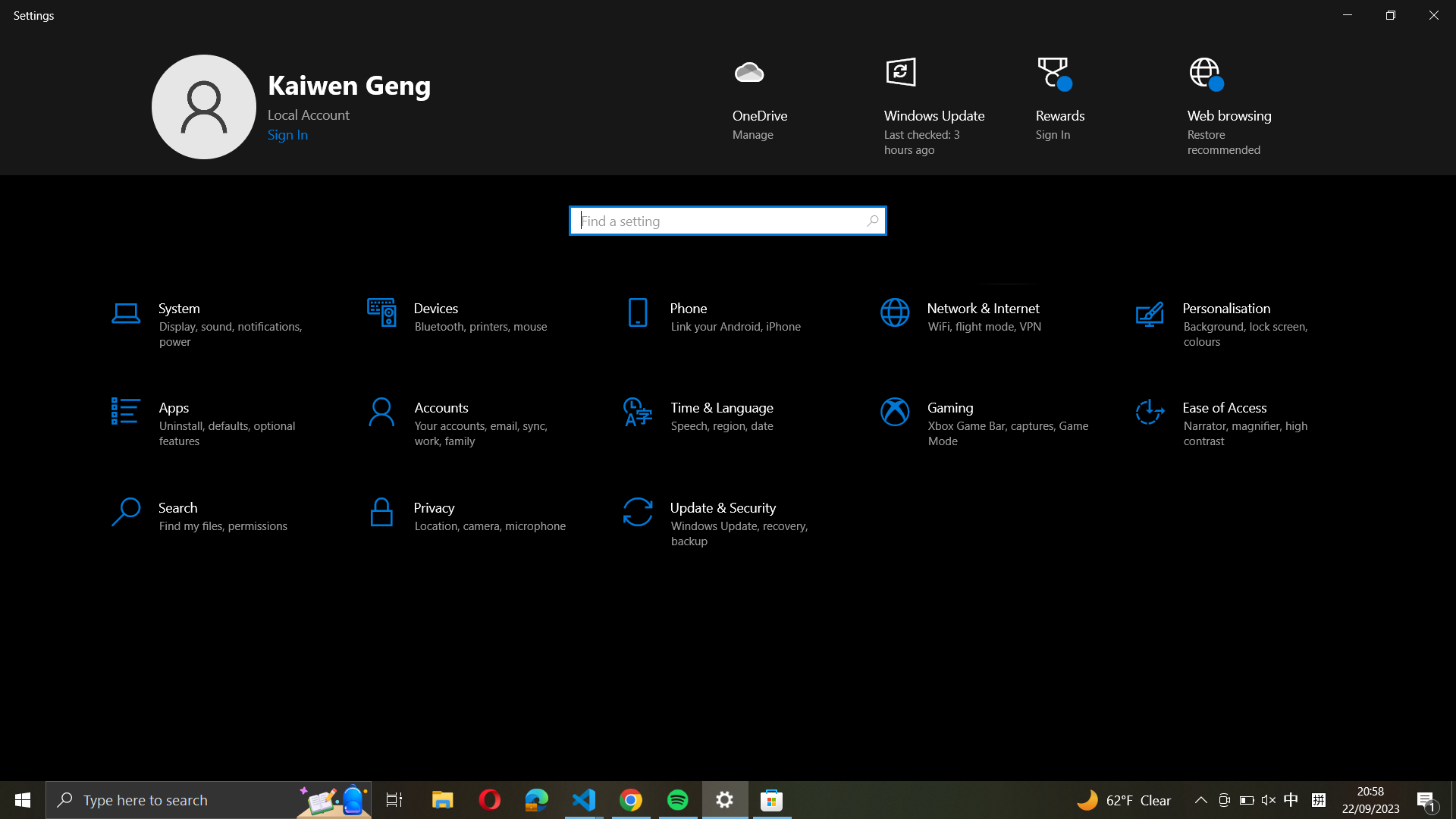  Describe the element at coordinates (469, 325) in the screenshot. I see `"Devices" settings` at that location.